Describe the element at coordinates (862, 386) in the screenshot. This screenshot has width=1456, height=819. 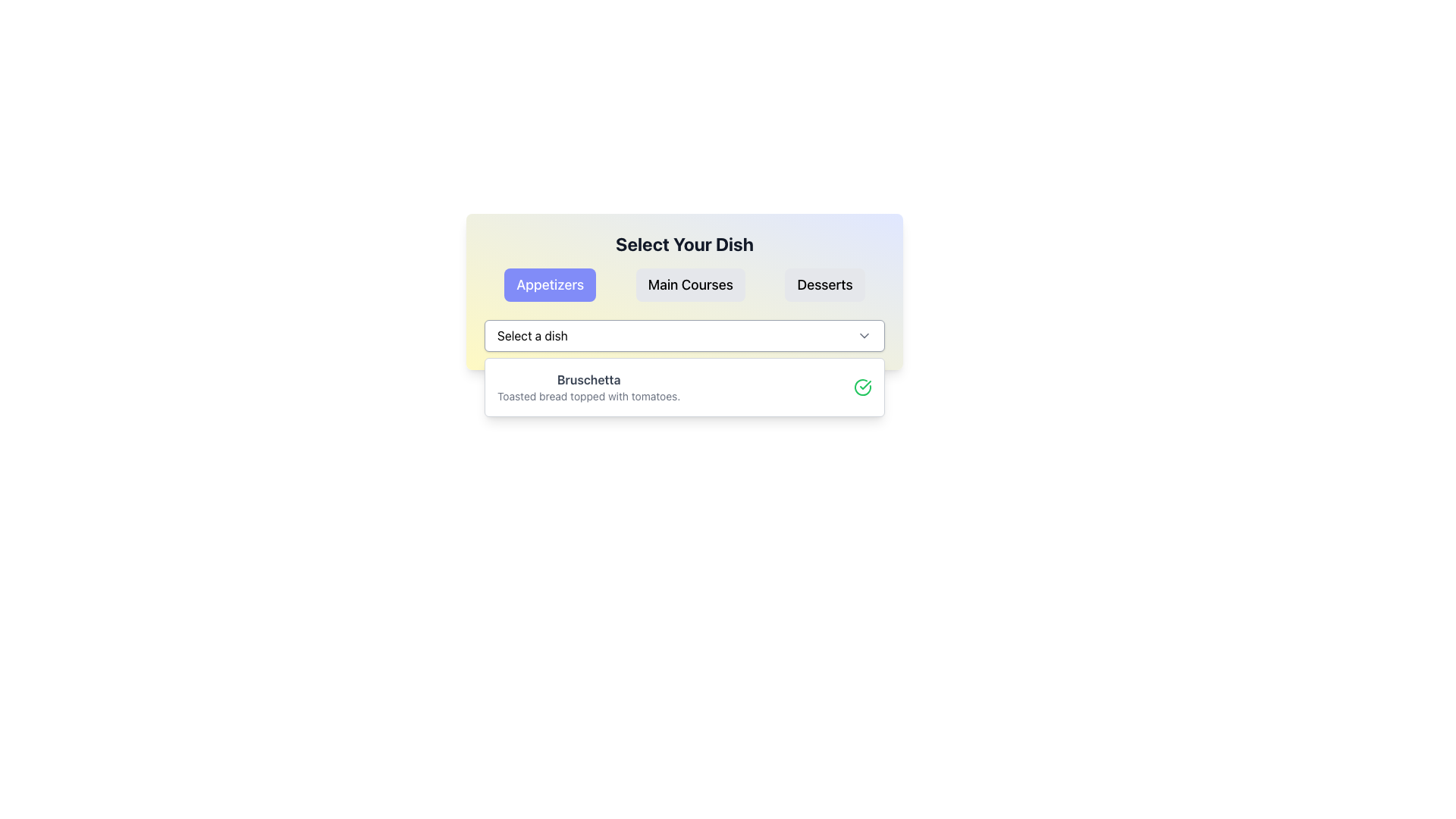
I see `the green circular checkmark icon located to the right of the 'Bruschetta - Toasted bread topped with tomatoes.' description` at that location.